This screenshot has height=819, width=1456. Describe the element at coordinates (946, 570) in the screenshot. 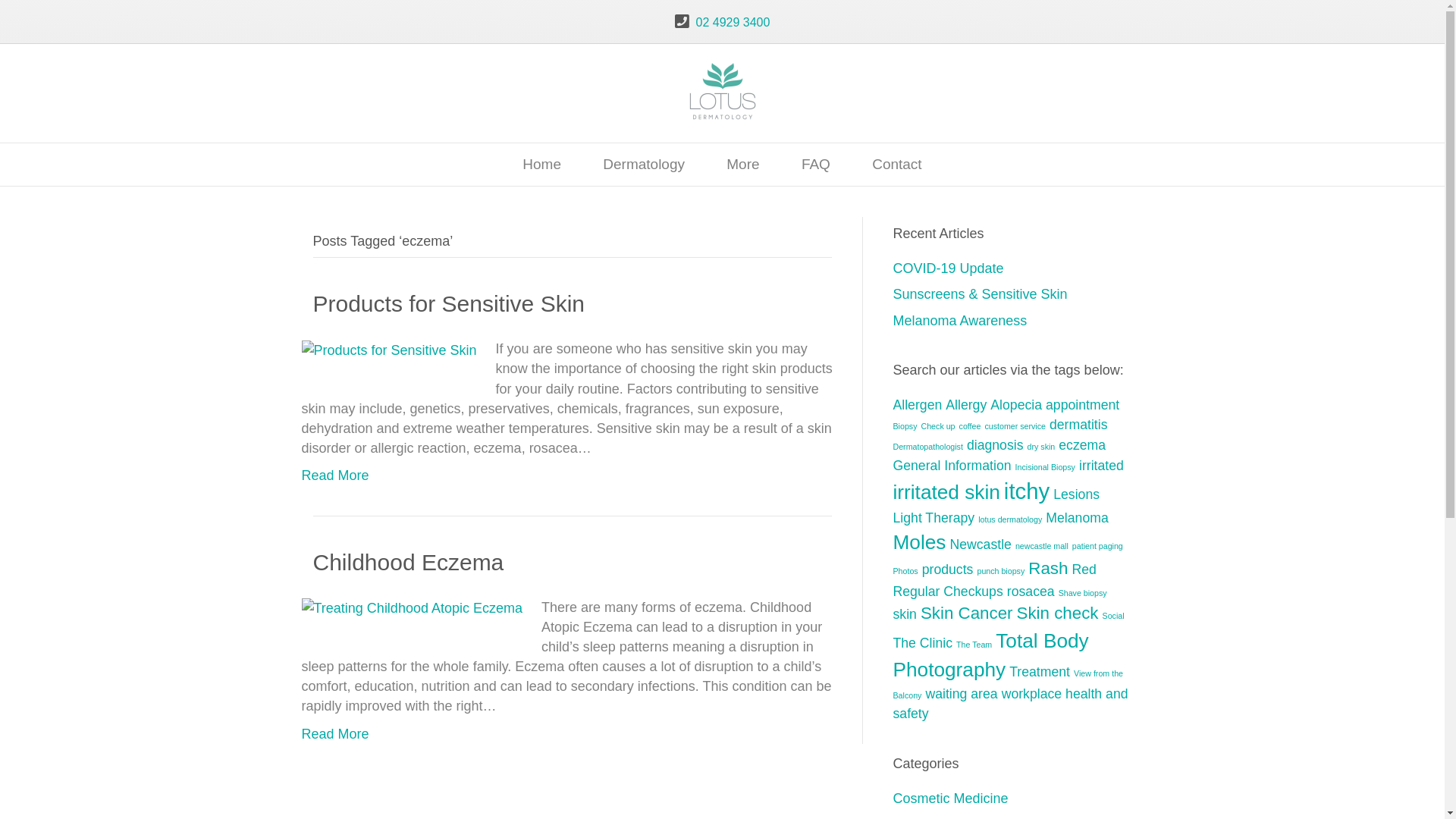

I see `'products'` at that location.